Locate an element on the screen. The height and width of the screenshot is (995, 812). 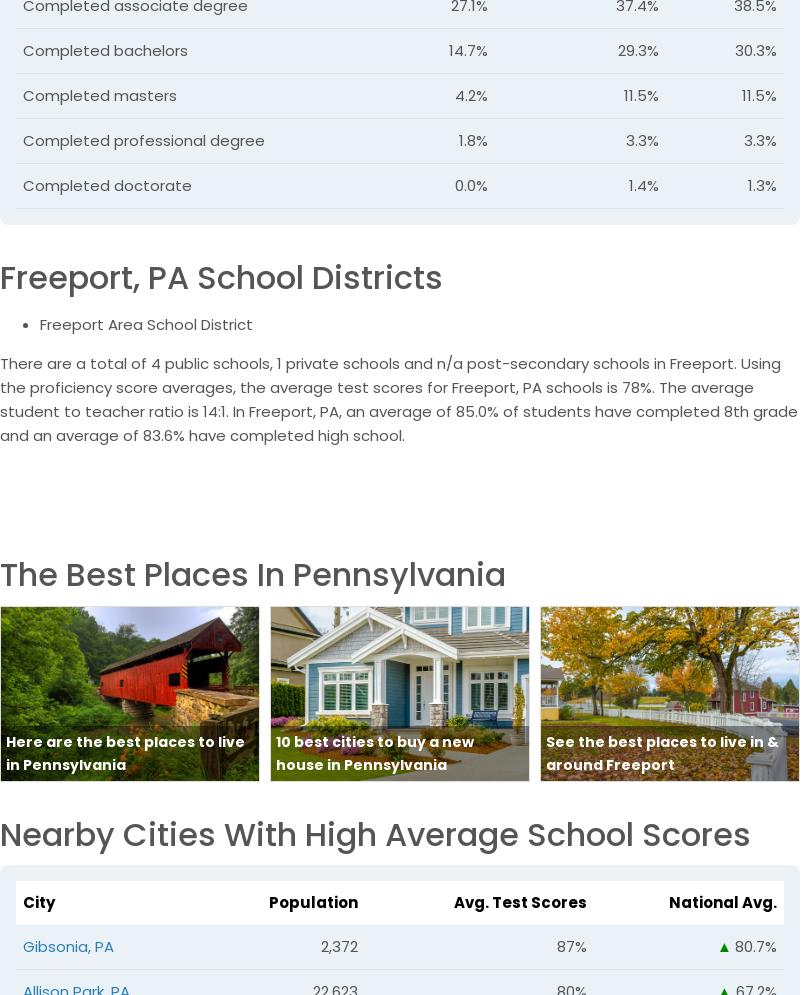
'Completed masters' is located at coordinates (100, 94).